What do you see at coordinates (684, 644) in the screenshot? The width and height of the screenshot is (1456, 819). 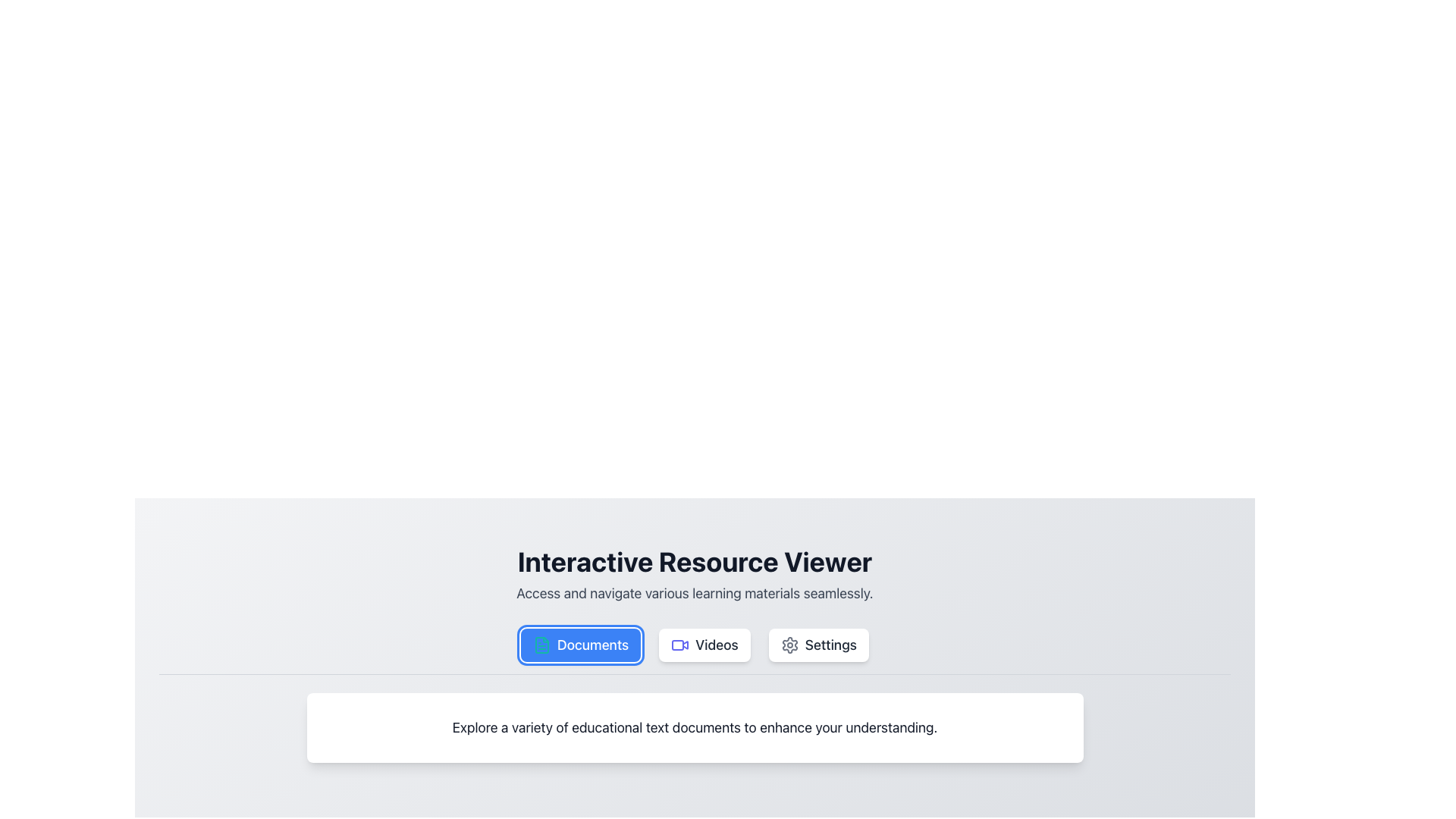 I see `the triangular play icon within the video button` at bounding box center [684, 644].